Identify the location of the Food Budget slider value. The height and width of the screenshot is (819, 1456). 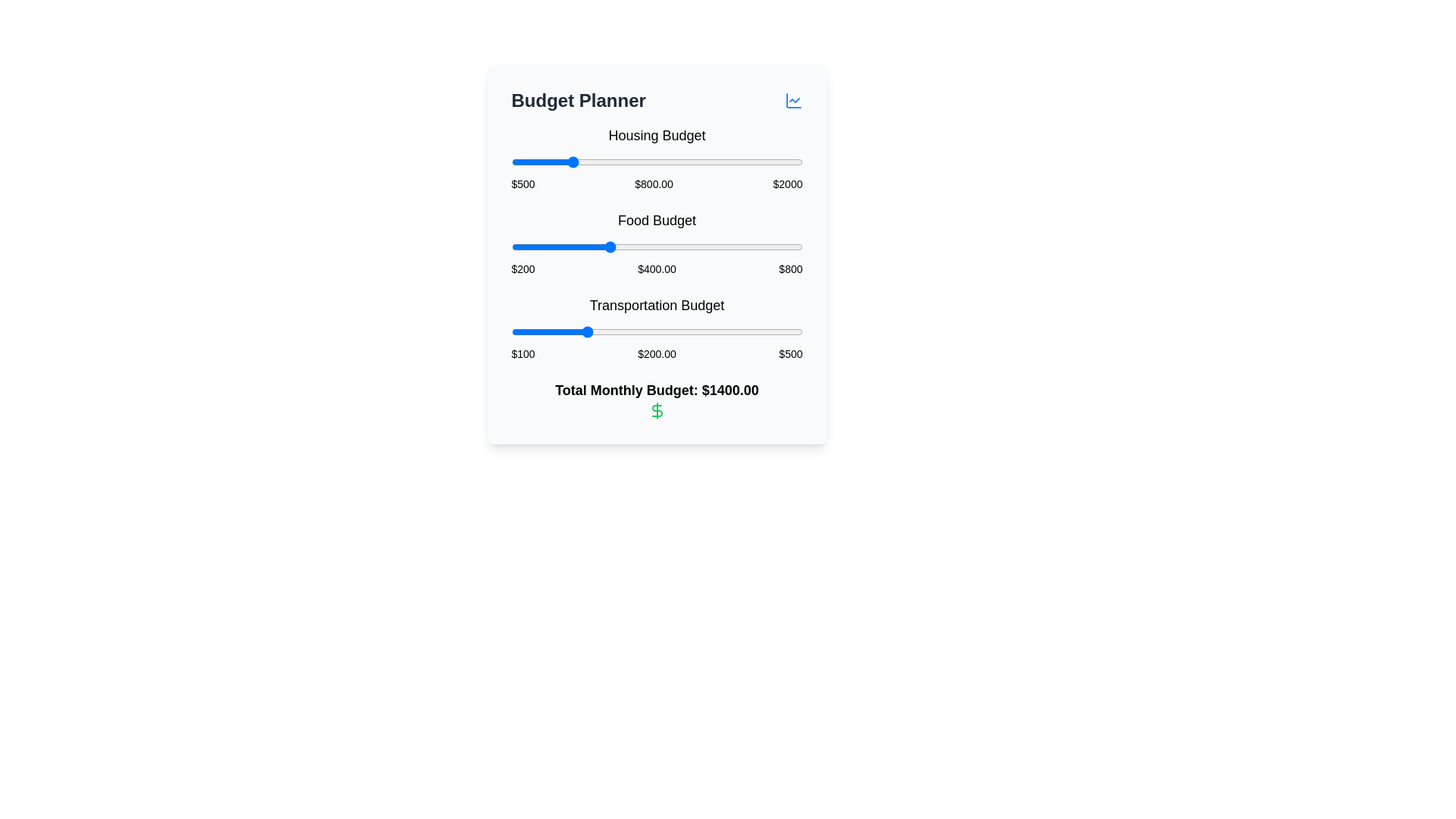
(690, 246).